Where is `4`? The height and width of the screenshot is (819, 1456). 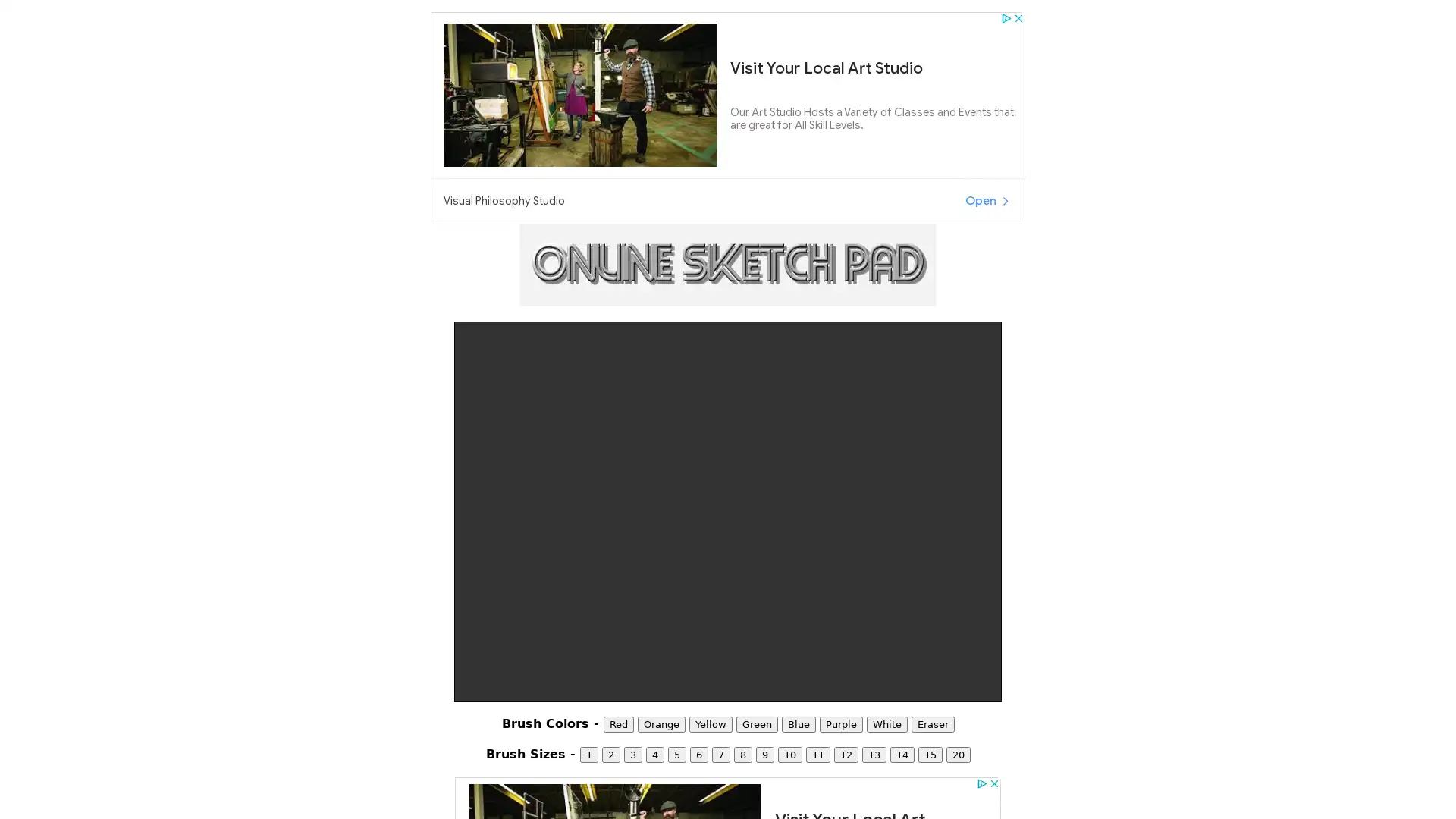 4 is located at coordinates (654, 755).